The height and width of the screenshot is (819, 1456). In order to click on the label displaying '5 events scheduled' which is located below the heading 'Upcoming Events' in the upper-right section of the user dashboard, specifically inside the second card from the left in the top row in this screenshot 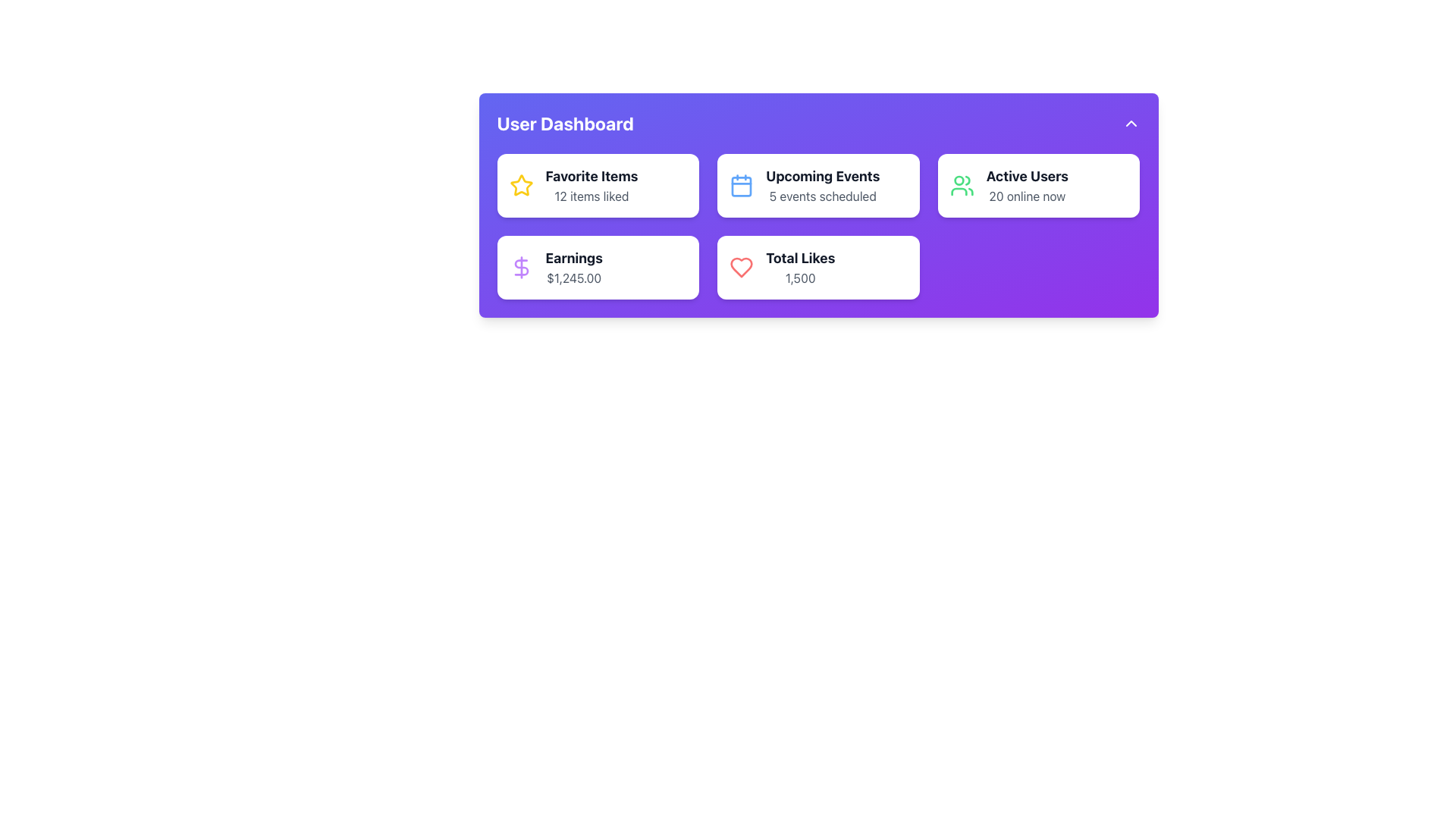, I will do `click(822, 195)`.